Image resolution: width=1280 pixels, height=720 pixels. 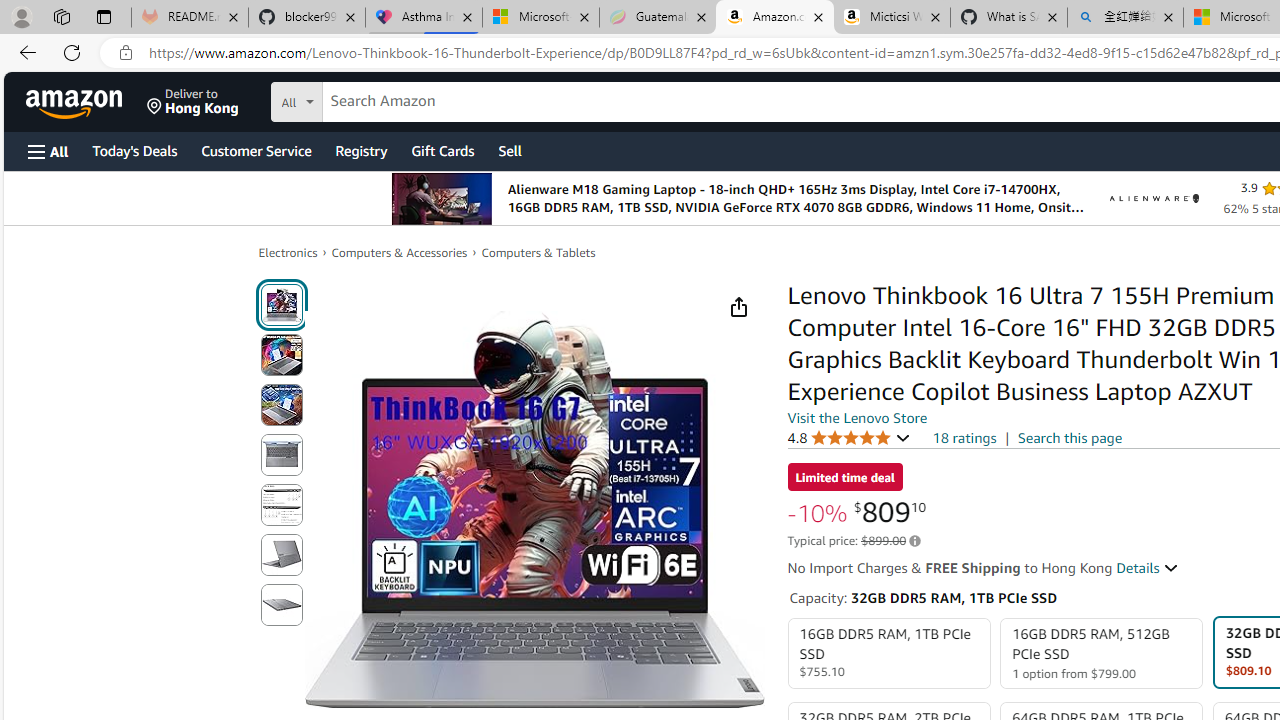 What do you see at coordinates (193, 101) in the screenshot?
I see `'Deliver to Hong Kong'` at bounding box center [193, 101].